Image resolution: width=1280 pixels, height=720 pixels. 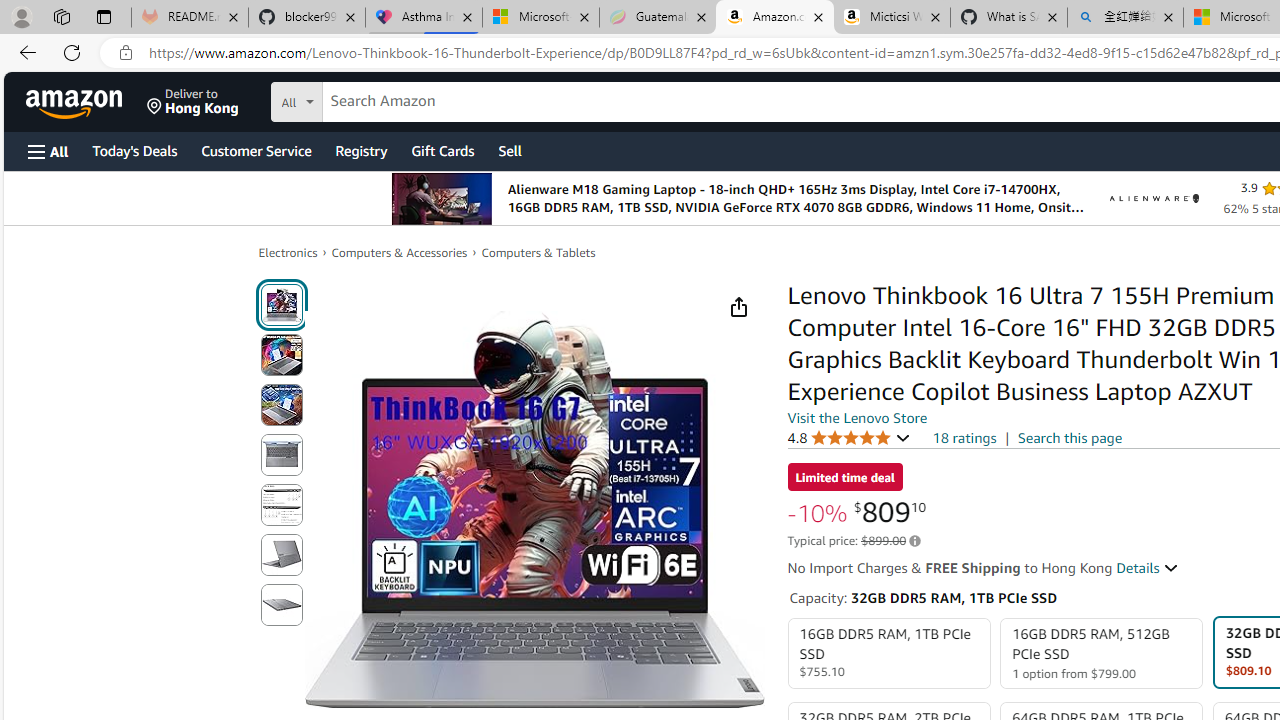 What do you see at coordinates (193, 101) in the screenshot?
I see `'Deliver to Hong Kong'` at bounding box center [193, 101].